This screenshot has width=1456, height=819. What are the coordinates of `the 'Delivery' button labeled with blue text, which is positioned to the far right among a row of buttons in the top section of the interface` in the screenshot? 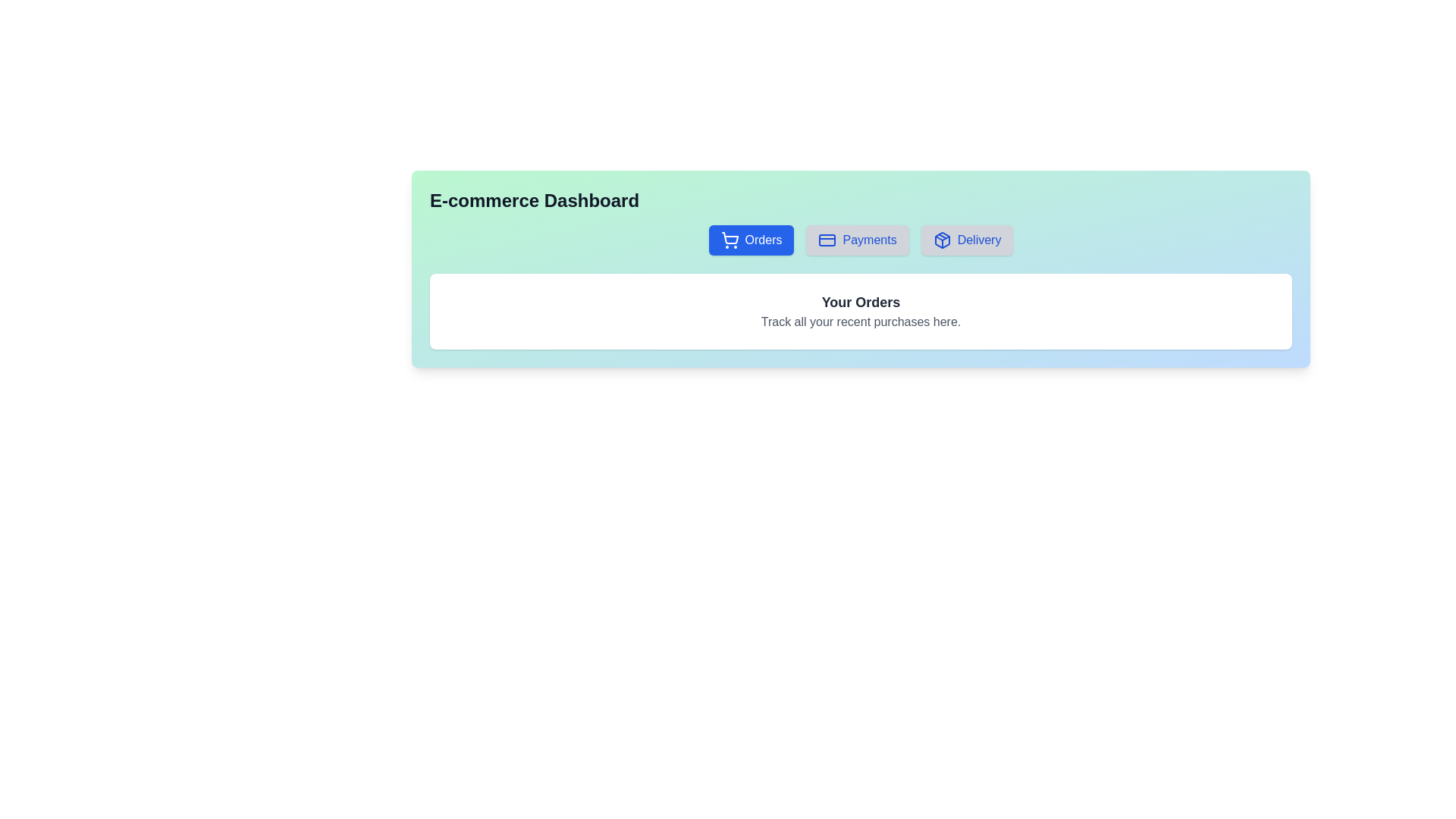 It's located at (979, 239).